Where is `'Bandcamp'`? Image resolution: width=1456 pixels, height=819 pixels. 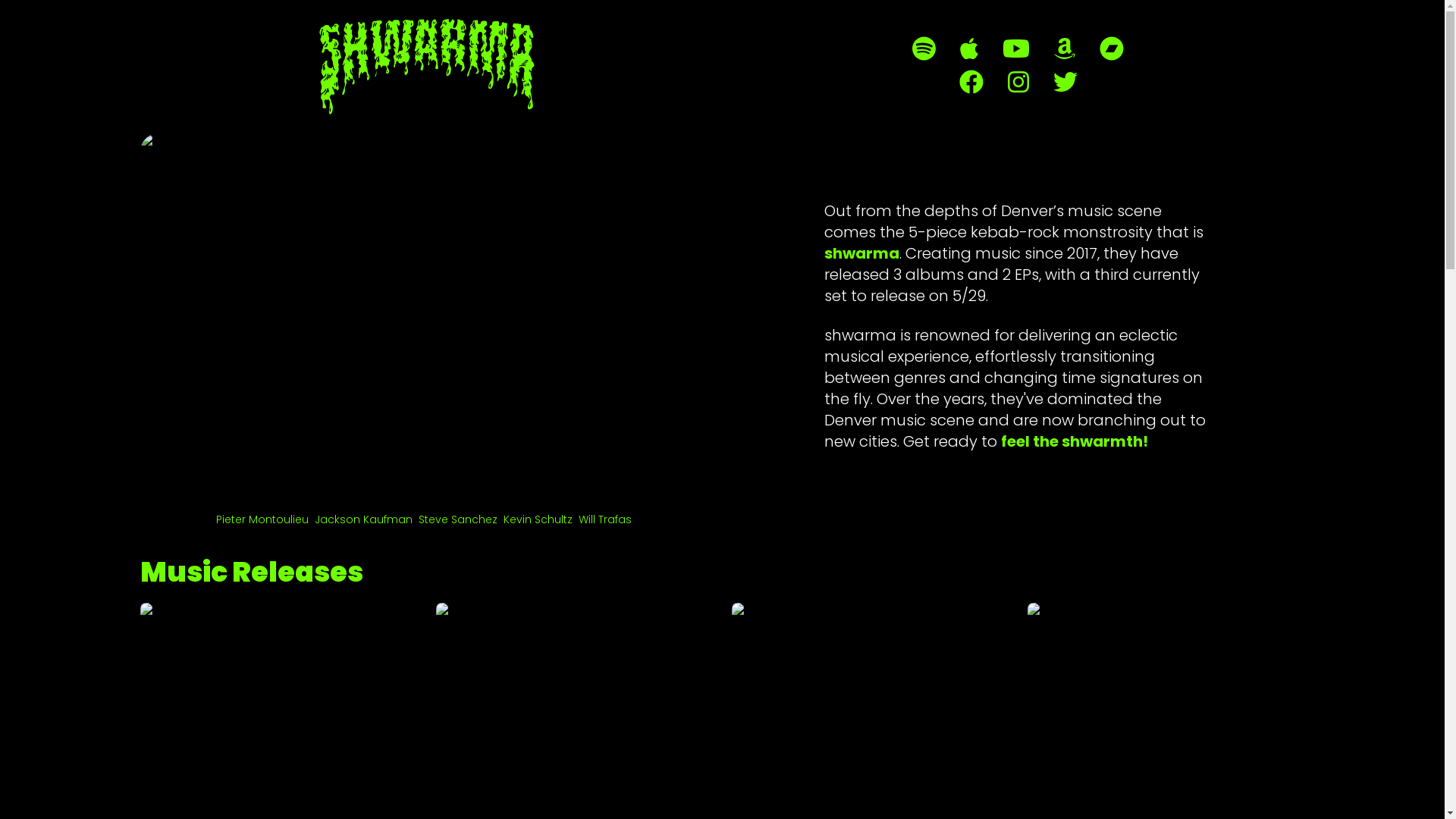 'Bandcamp' is located at coordinates (1111, 48).